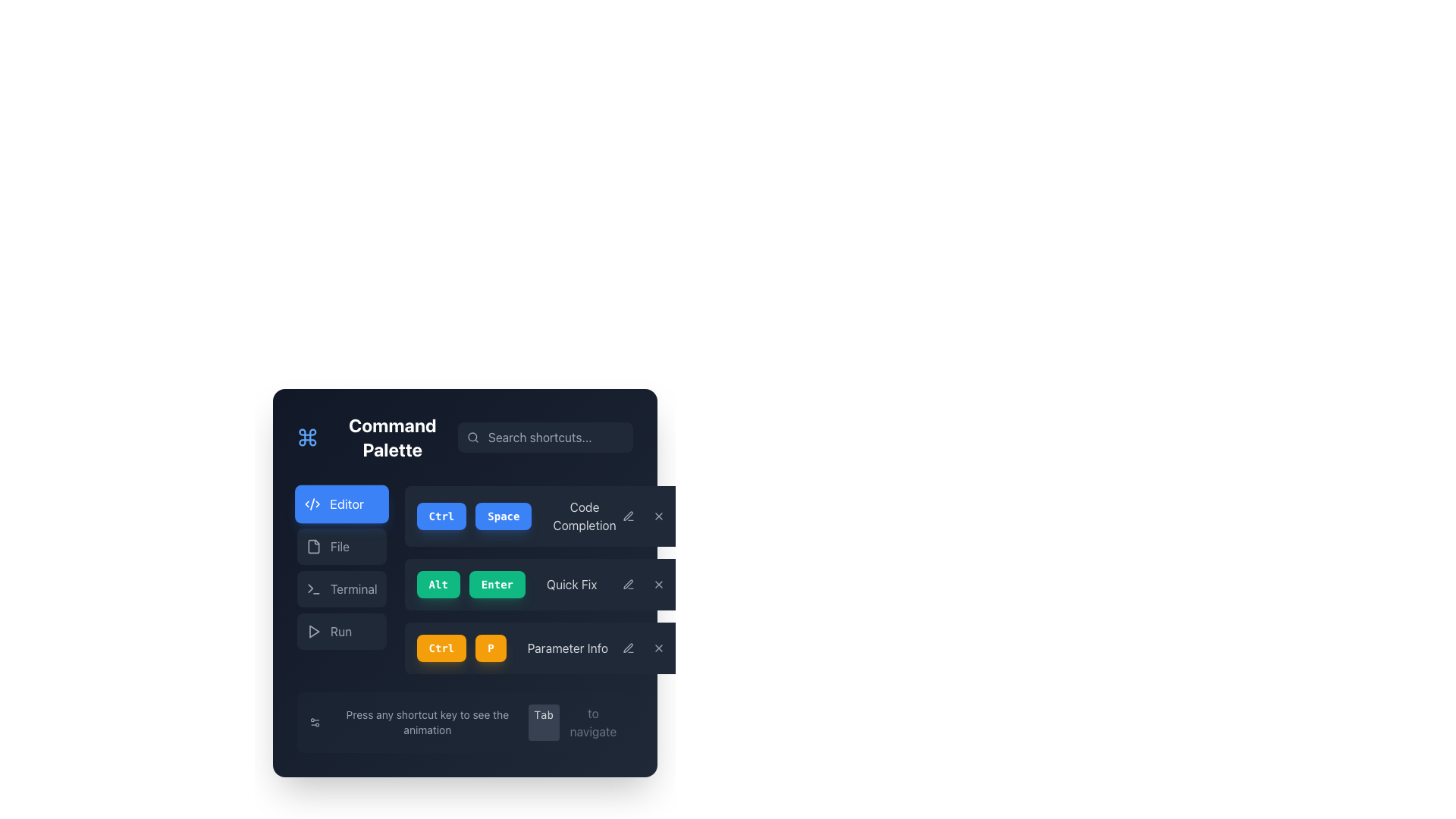 This screenshot has width=1456, height=819. I want to click on the pen icon located in the dark-themed menu bar, so click(628, 584).